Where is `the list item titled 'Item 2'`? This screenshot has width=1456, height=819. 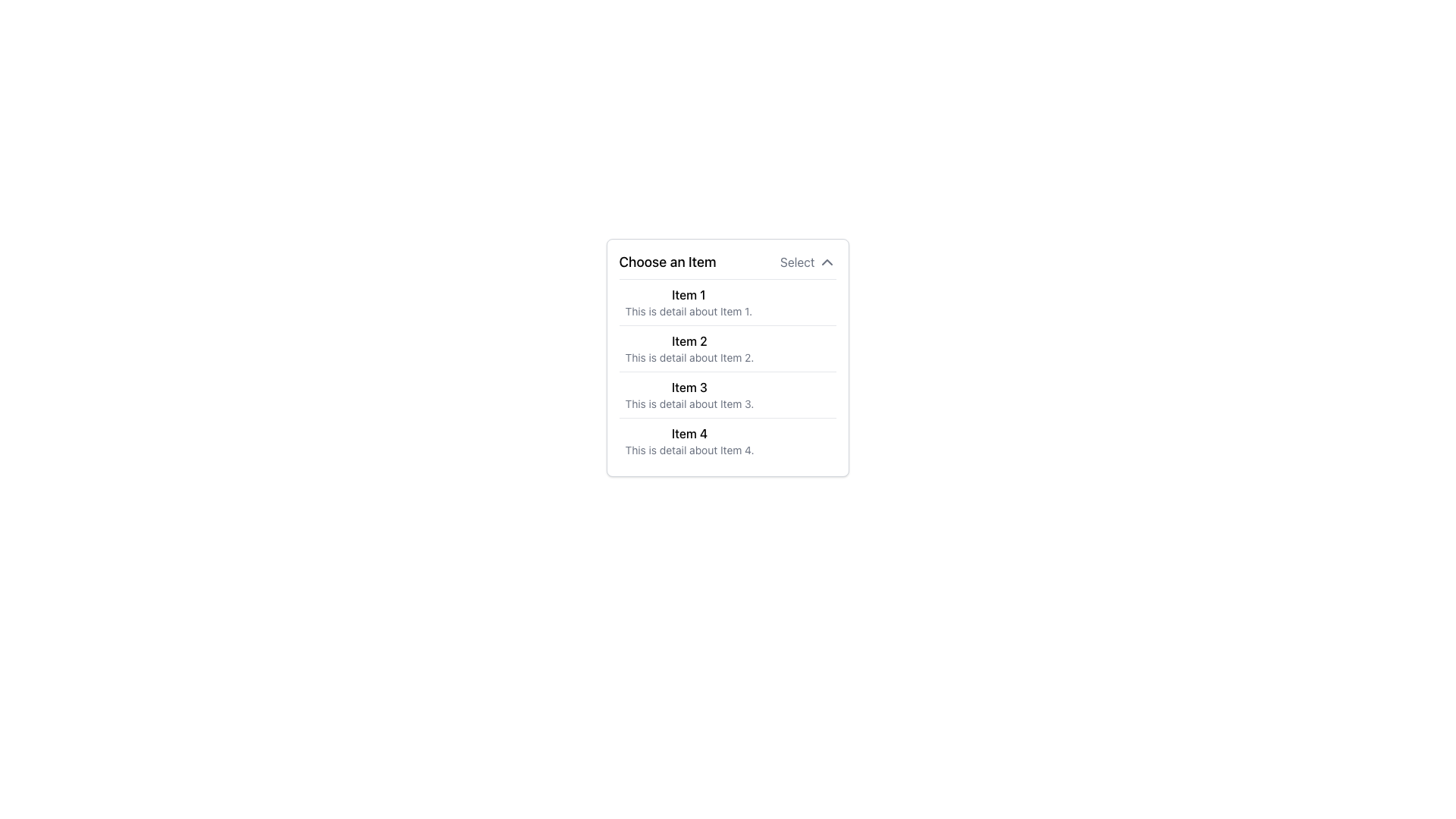 the list item titled 'Item 2' is located at coordinates (726, 348).